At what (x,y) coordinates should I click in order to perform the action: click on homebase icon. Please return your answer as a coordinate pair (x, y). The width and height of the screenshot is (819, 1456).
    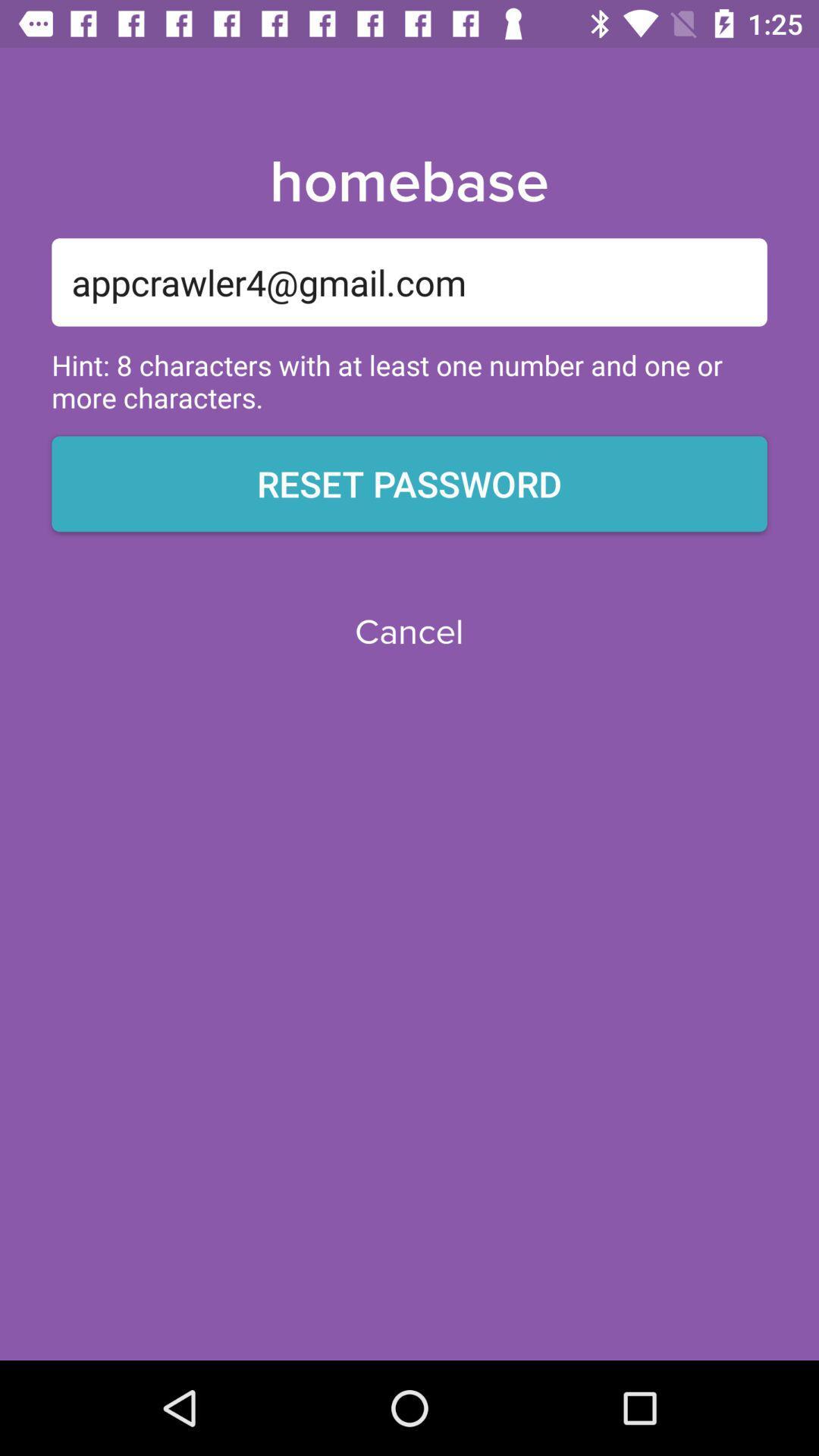
    Looking at the image, I should click on (408, 182).